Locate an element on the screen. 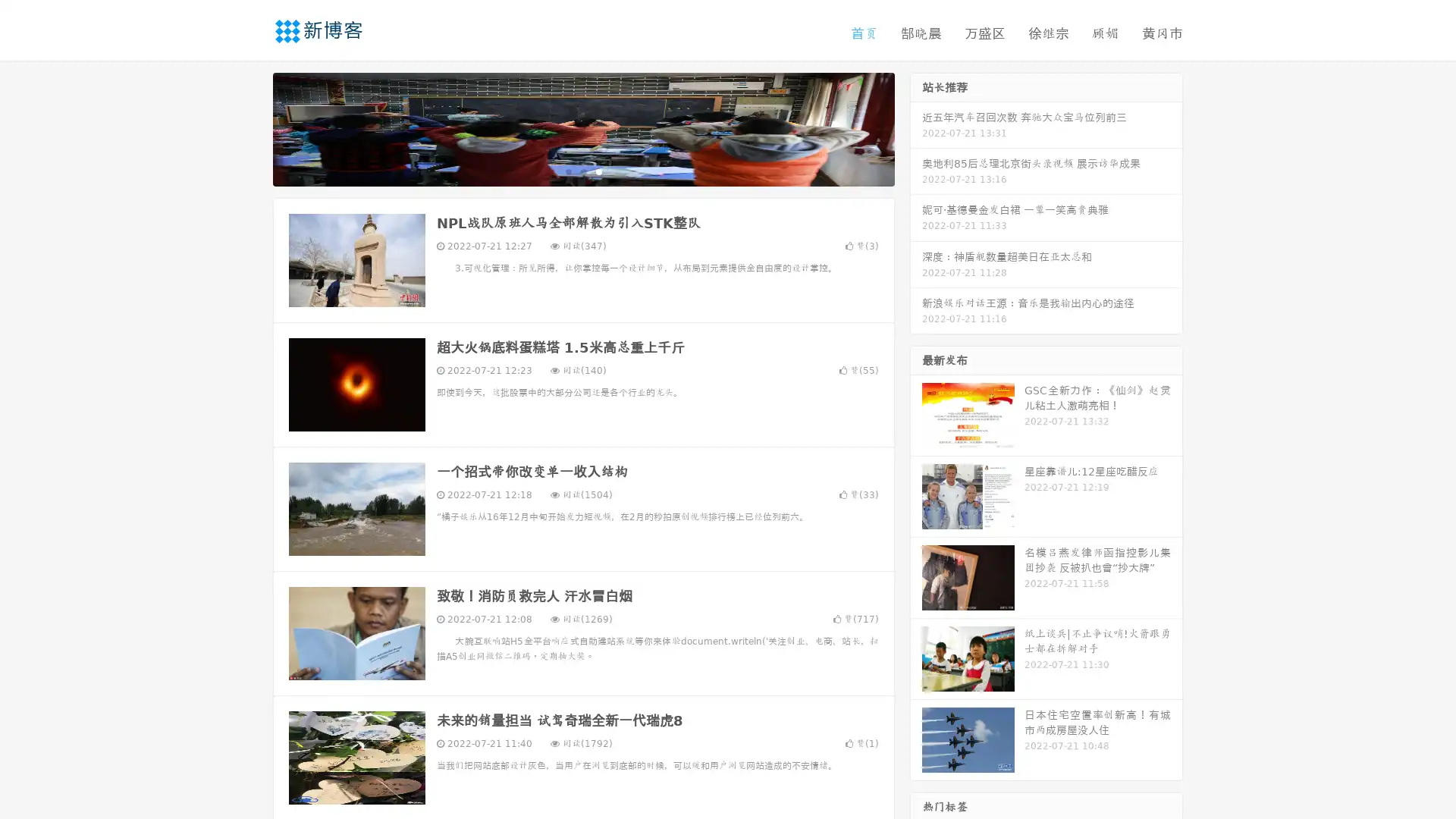 Image resolution: width=1456 pixels, height=819 pixels. Go to slide 3 is located at coordinates (598, 171).